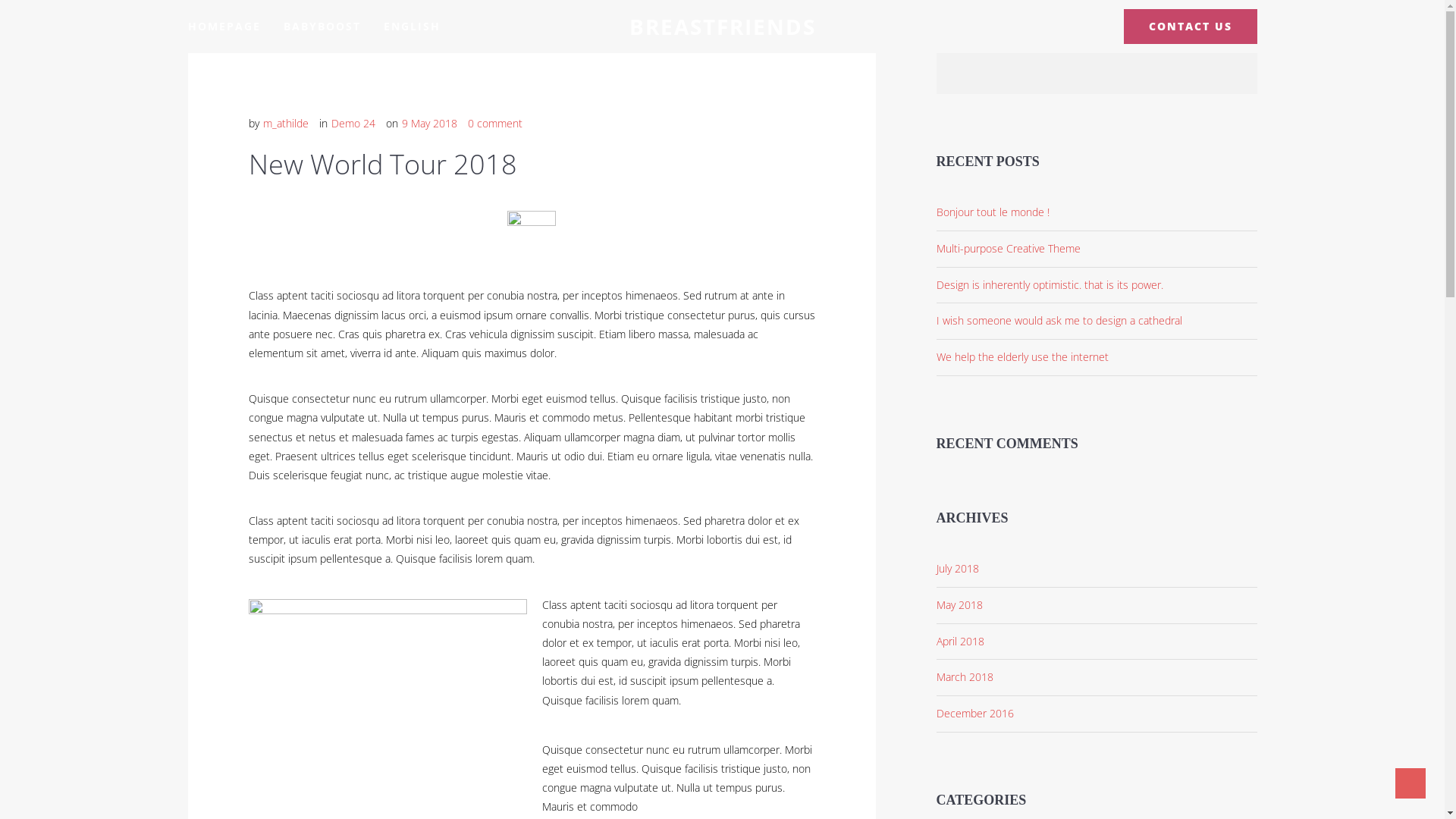 The height and width of the screenshot is (819, 1456). Describe the element at coordinates (1092, 26) in the screenshot. I see `'Instagram'` at that location.